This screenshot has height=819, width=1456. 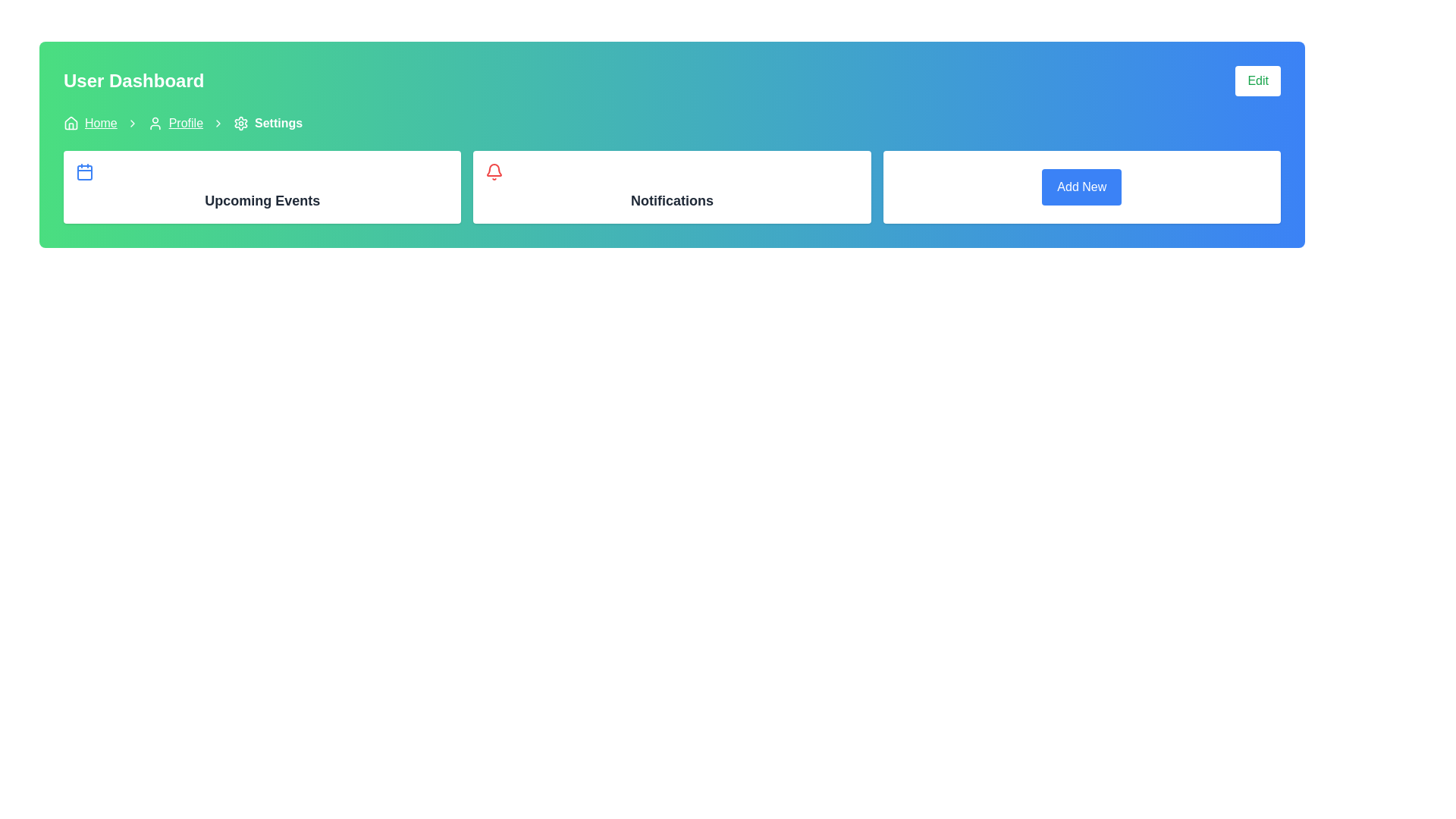 I want to click on the first breadcrumb navigation link located at the top-left corner of the interface, so click(x=89, y=122).